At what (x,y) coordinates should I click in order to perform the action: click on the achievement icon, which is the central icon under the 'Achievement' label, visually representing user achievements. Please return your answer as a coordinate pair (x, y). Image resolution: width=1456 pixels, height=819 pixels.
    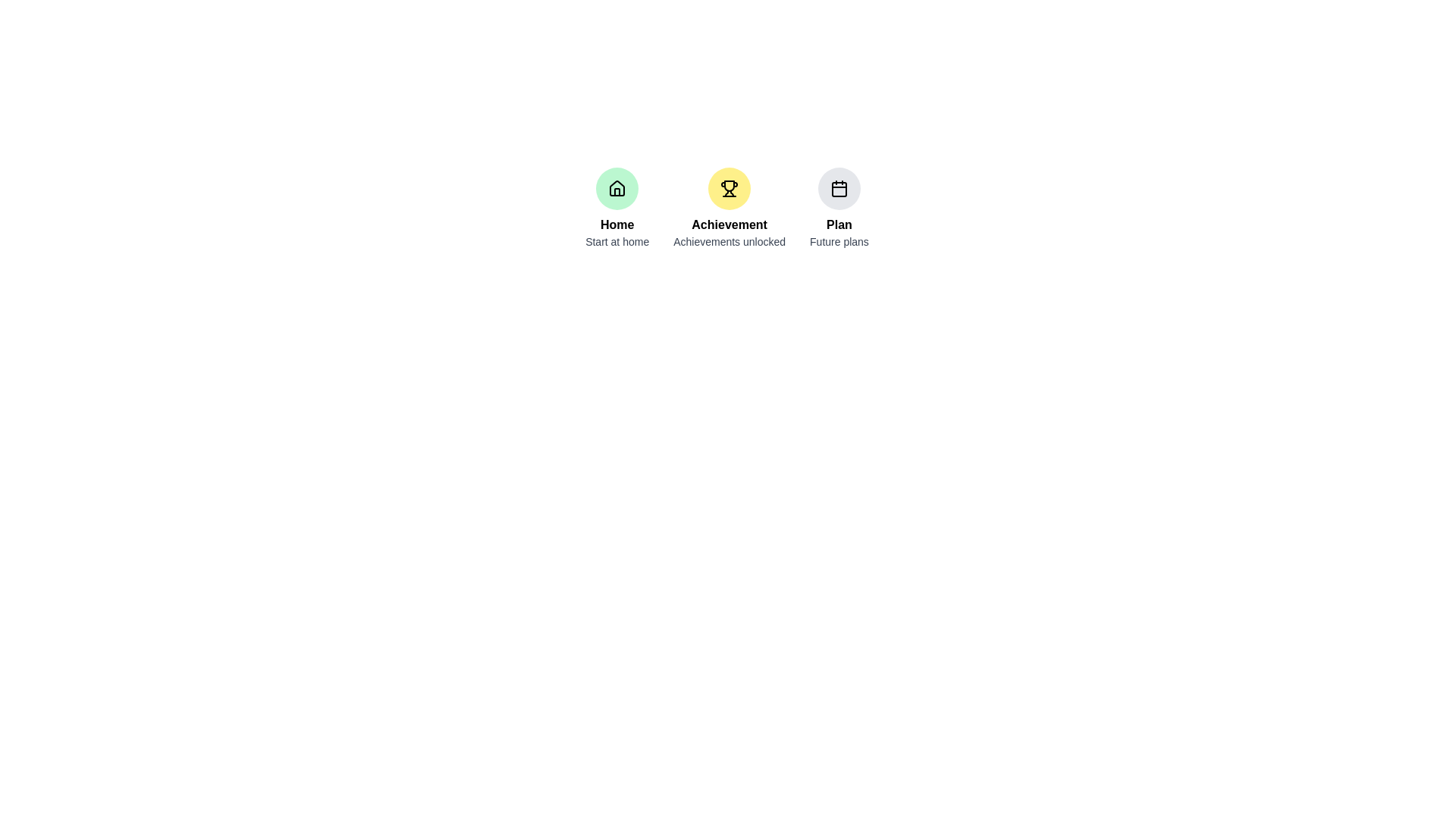
    Looking at the image, I should click on (730, 185).